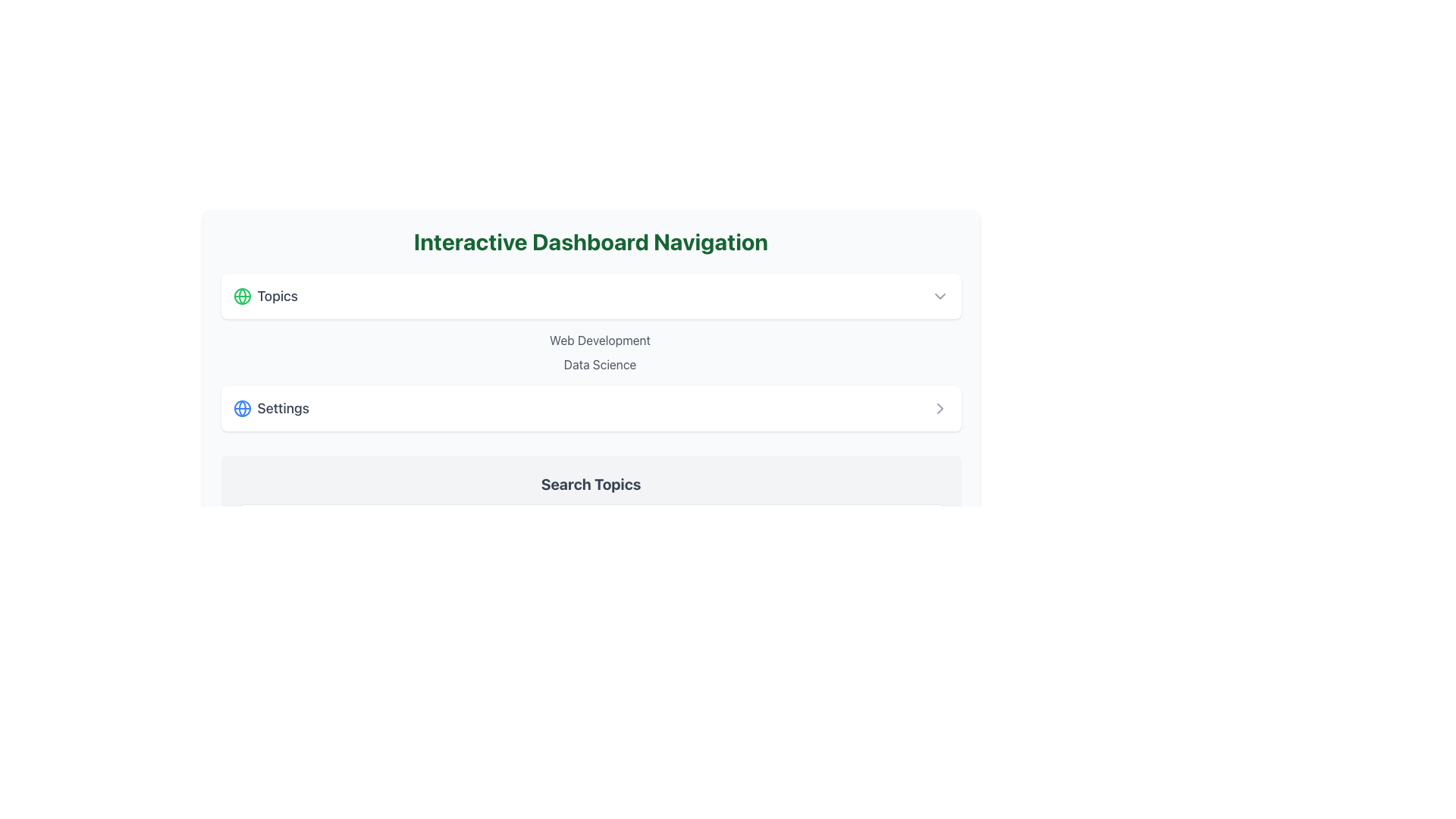 This screenshot has height=819, width=1456. I want to click on the circular blue globe icon located to the left of the 'Settings' label, so click(241, 408).